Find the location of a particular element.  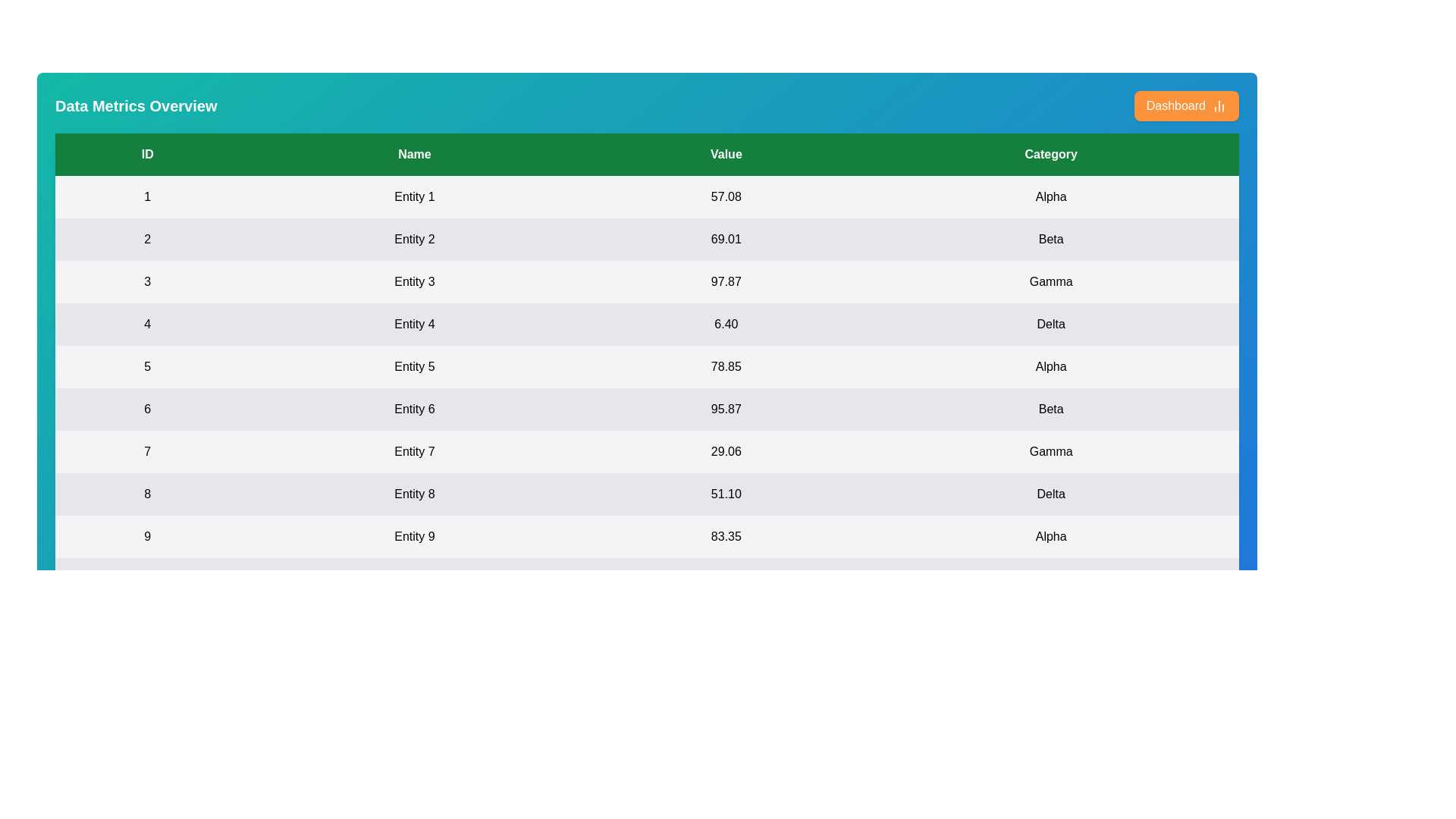

the row corresponding to 5 is located at coordinates (647, 366).